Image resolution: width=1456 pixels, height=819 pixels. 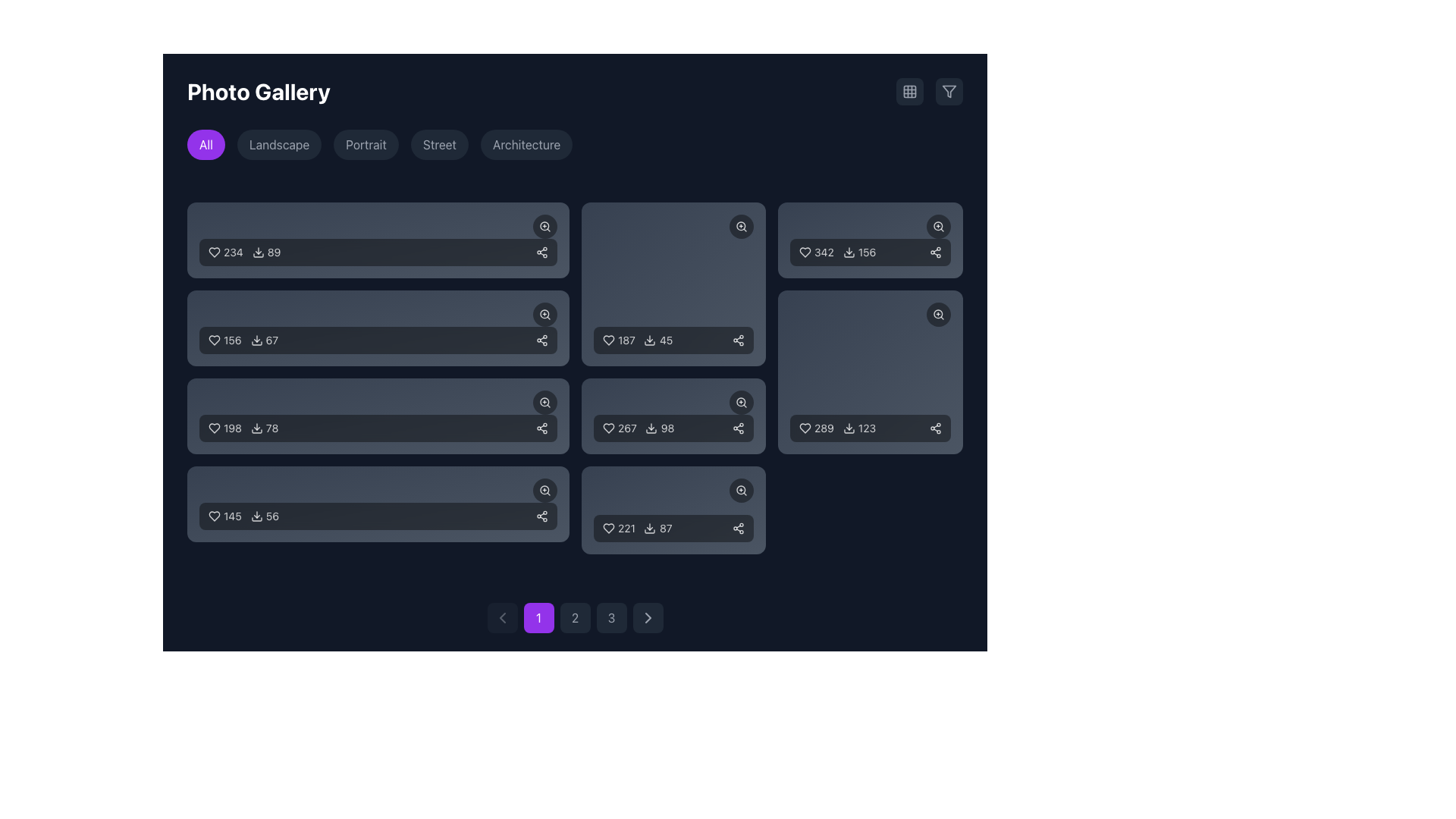 I want to click on the share icon located on the dark statistics bar at the bottom of the card in the second row and fourth column of the gallery grid to share, so click(x=673, y=416).